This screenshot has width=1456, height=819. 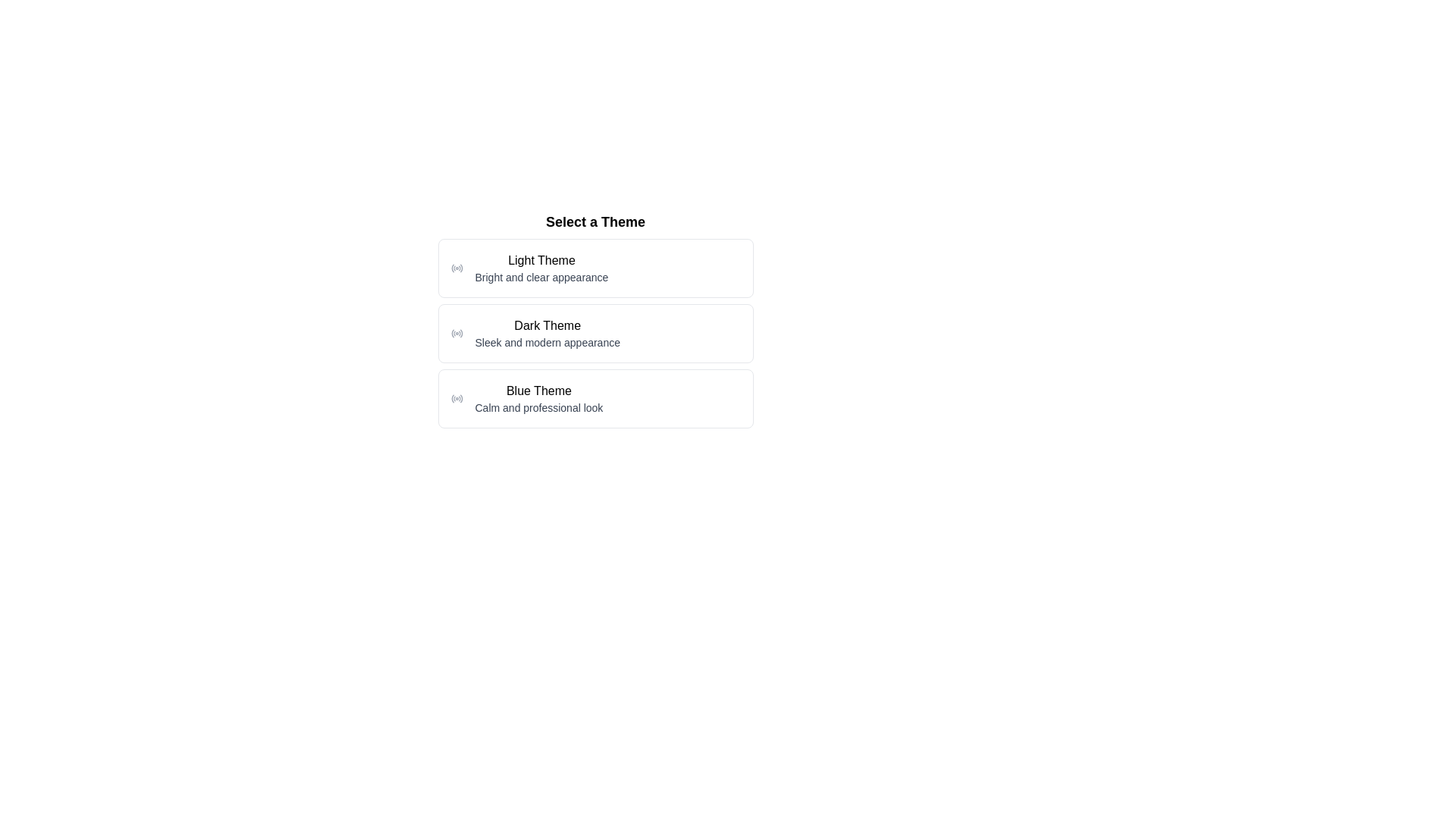 What do you see at coordinates (541, 268) in the screenshot?
I see `the 'Light Theme' text element, which is the first item in the theme selection interface, displaying 'Light Theme' in bold and 'Bright and clear appearance' below it` at bounding box center [541, 268].